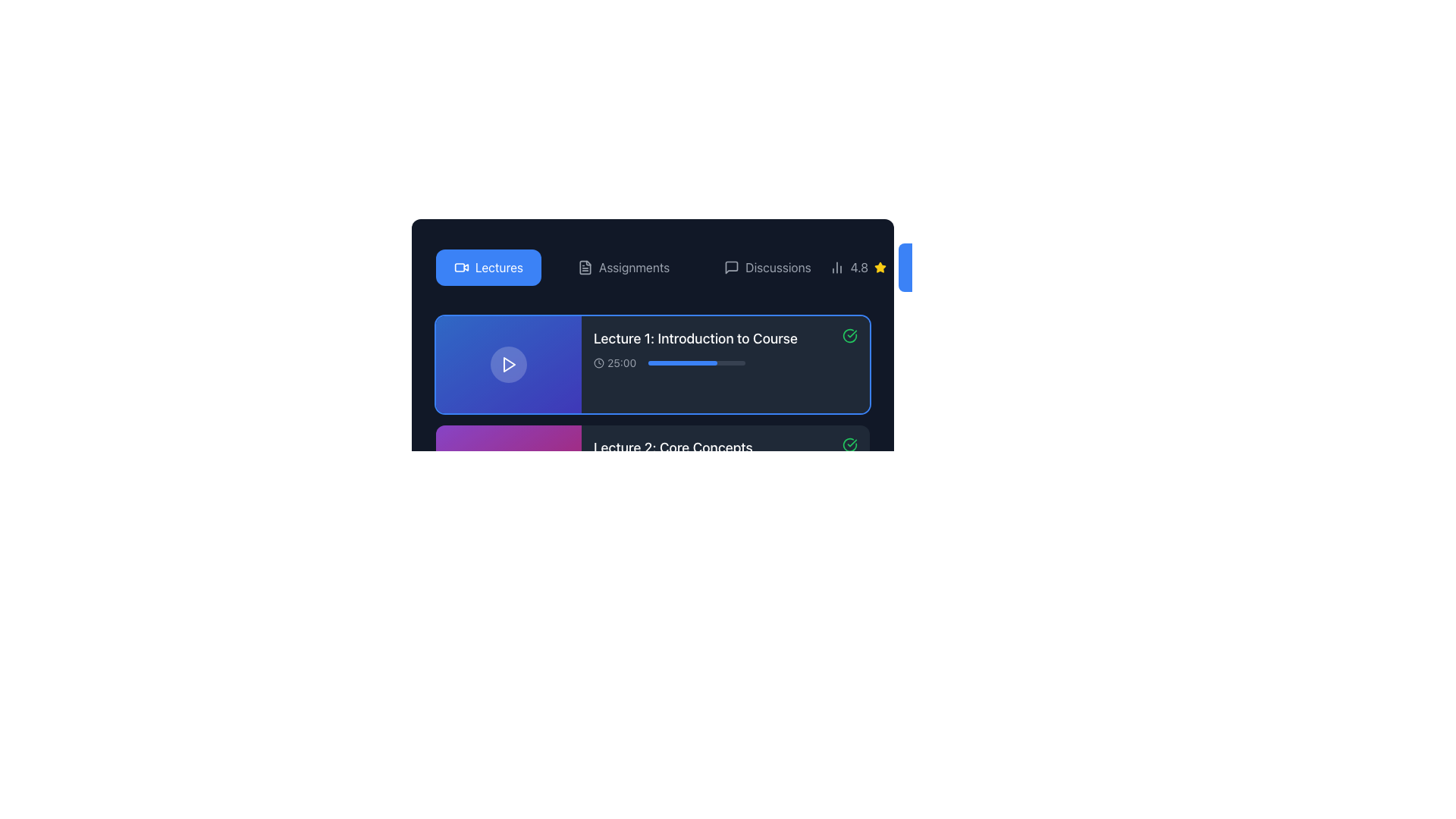 The height and width of the screenshot is (819, 1456). Describe the element at coordinates (585, 267) in the screenshot. I see `the document icon representing the 'Assignments' section in the top navigation bar` at that location.